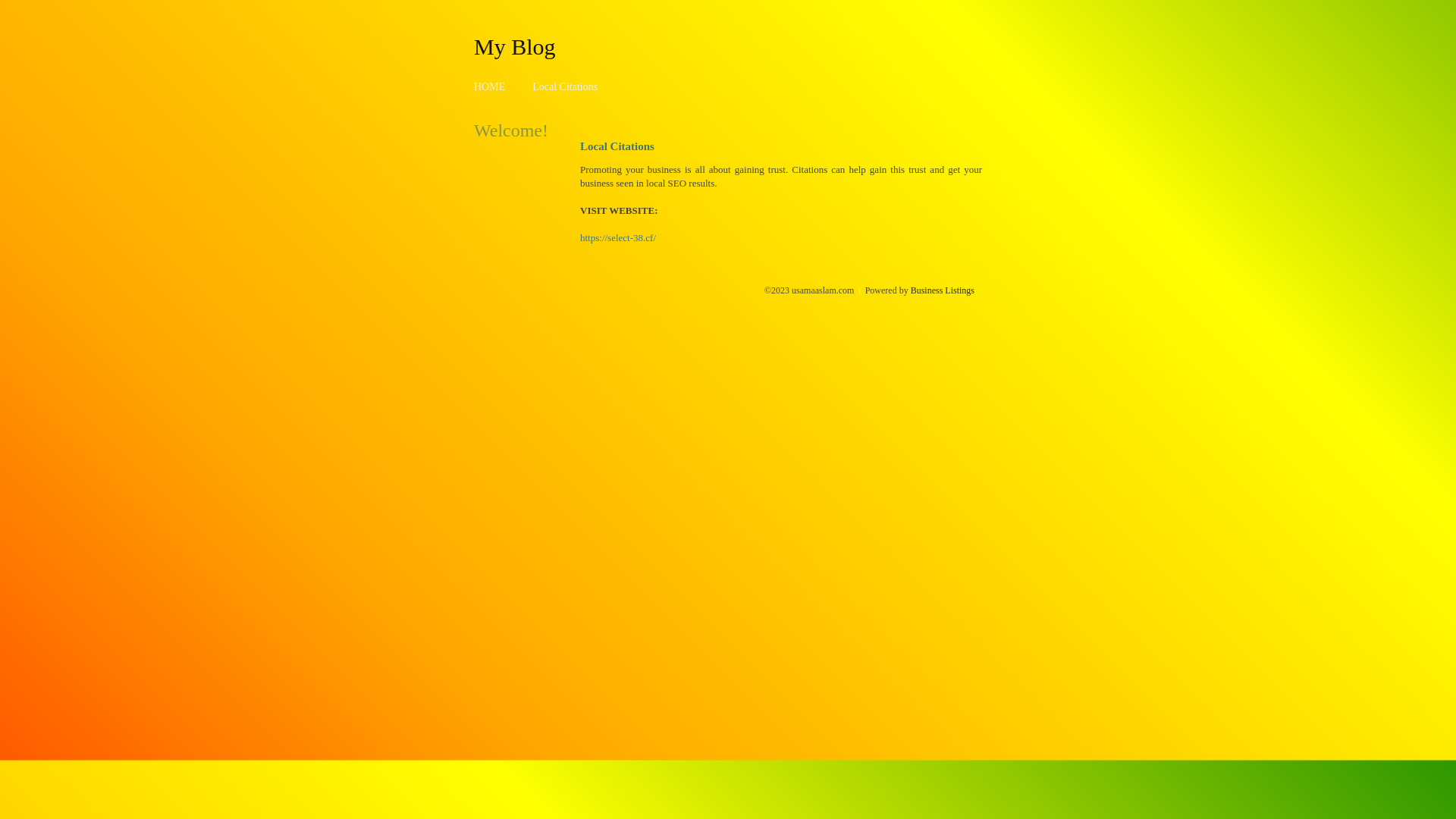 The image size is (1456, 819). What do you see at coordinates (563, 86) in the screenshot?
I see `'Local Citations'` at bounding box center [563, 86].